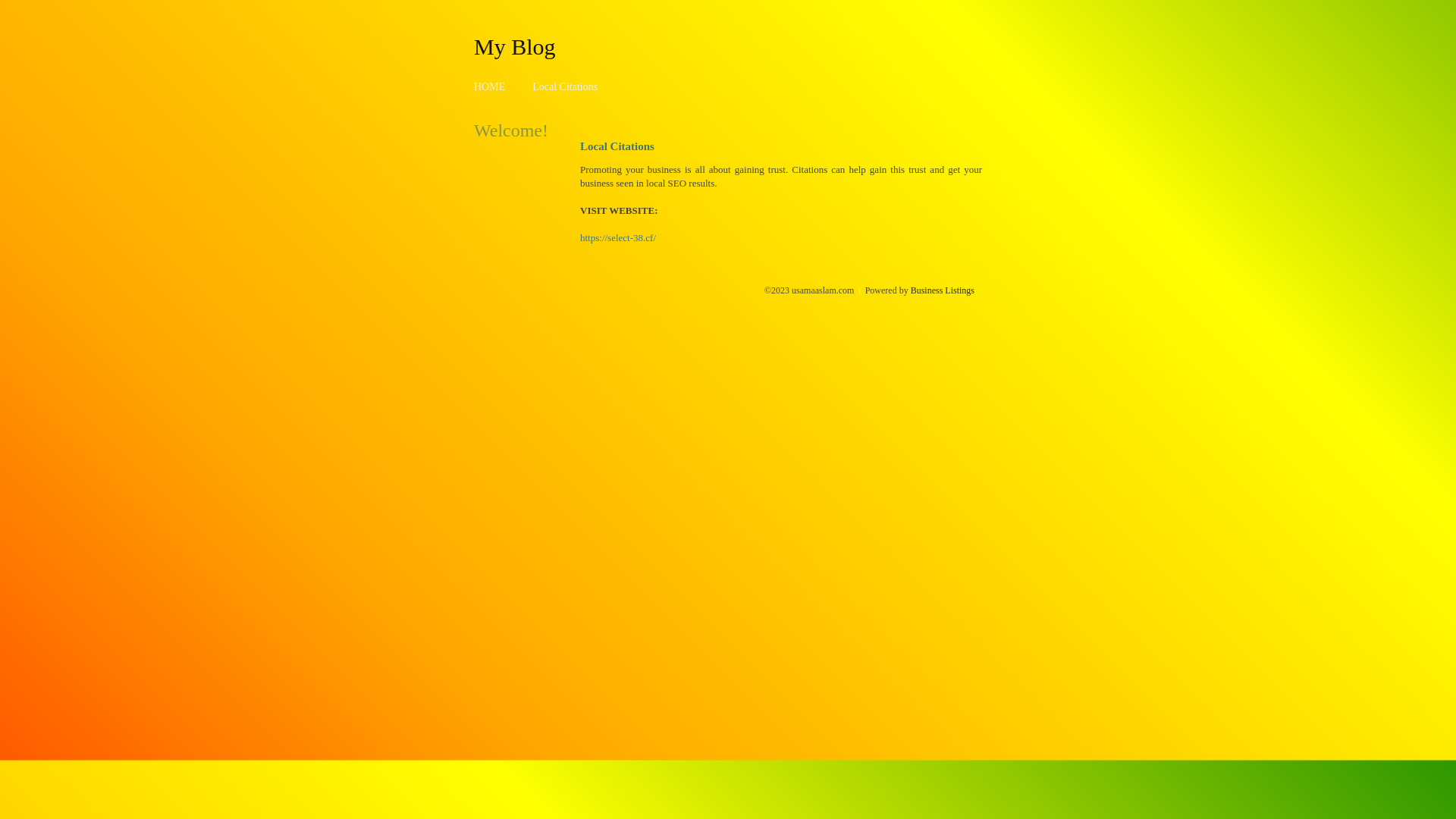 The image size is (1456, 819). What do you see at coordinates (563, 86) in the screenshot?
I see `'Local Citations'` at bounding box center [563, 86].